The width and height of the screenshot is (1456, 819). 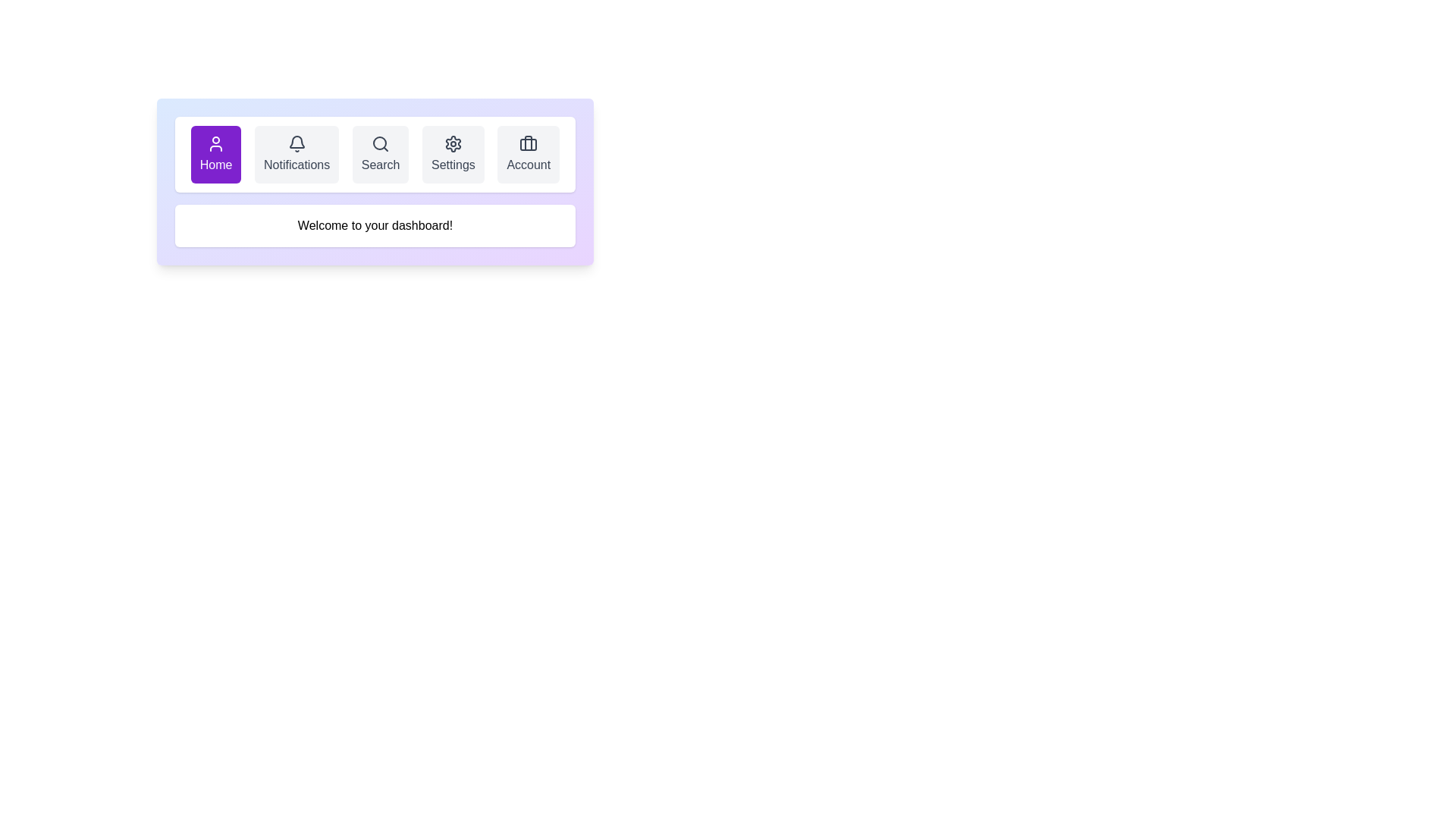 I want to click on the 'Notifications' button, so click(x=297, y=155).